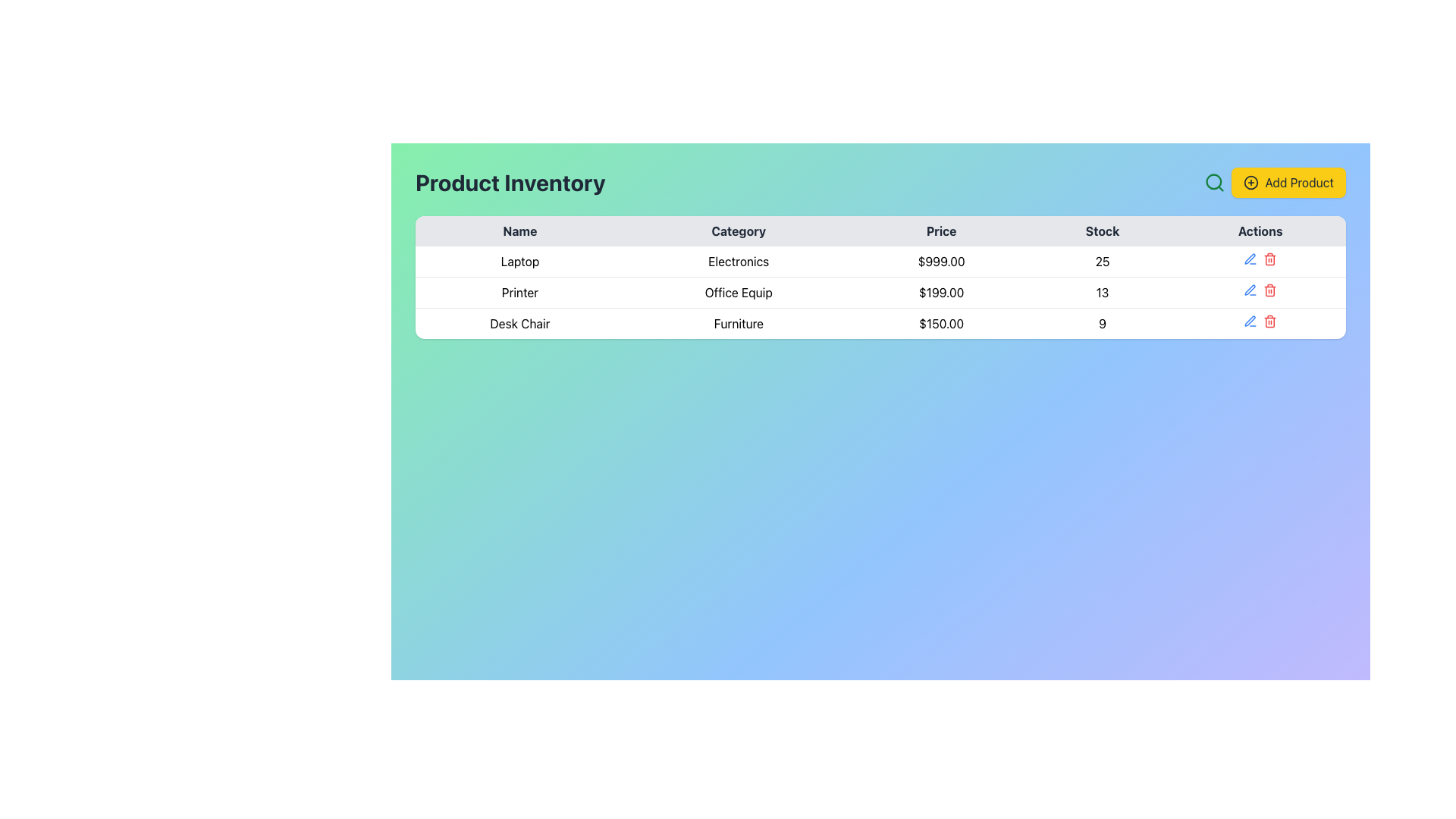 The height and width of the screenshot is (819, 1456). I want to click on the Text Label that serves as the visual column header for the action buttons in the table, positioned at the far right of the header row, so click(1260, 231).